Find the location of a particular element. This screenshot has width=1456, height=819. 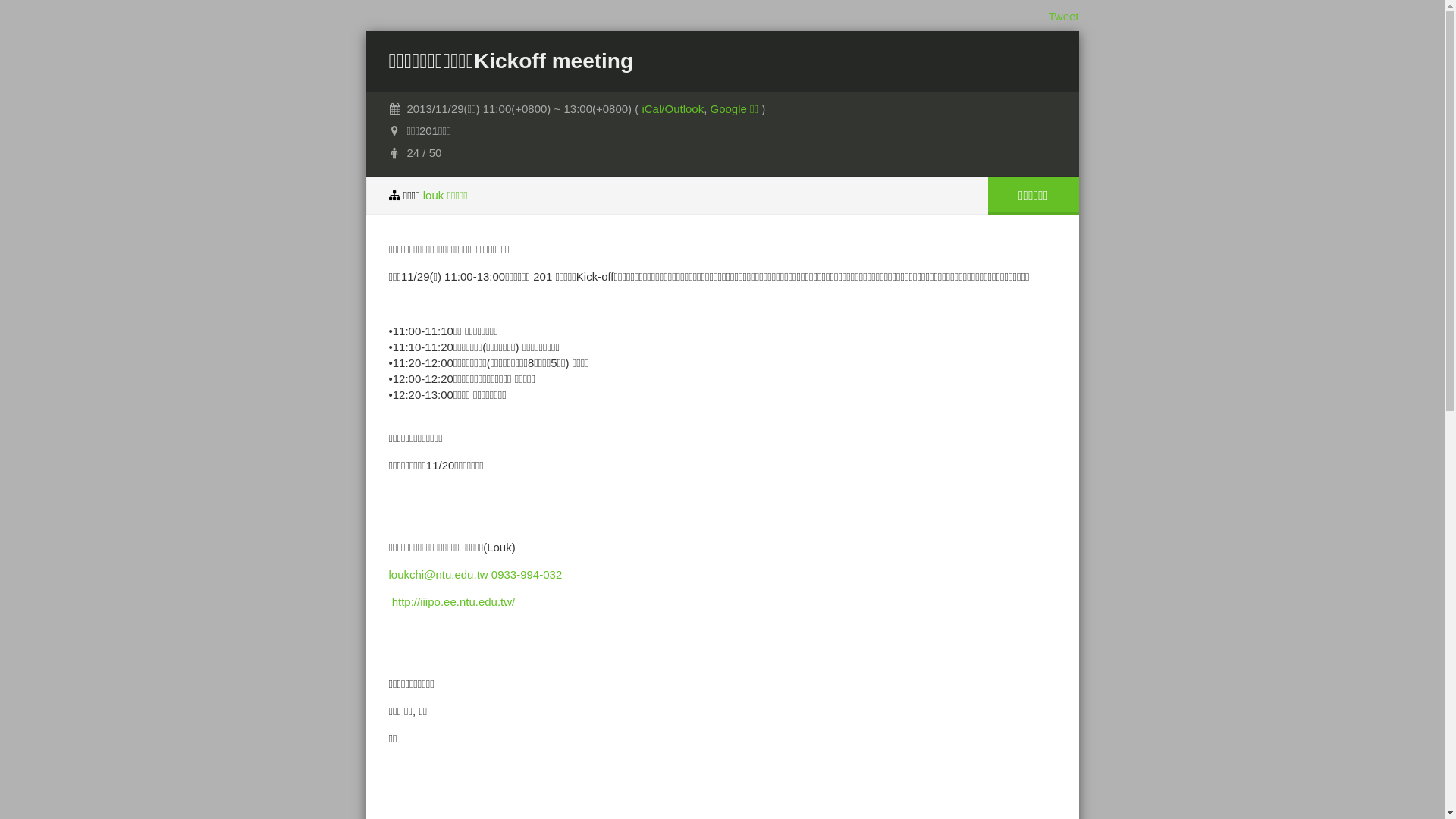

'loukchi@ntu.edu.tw' is located at coordinates (437, 574).